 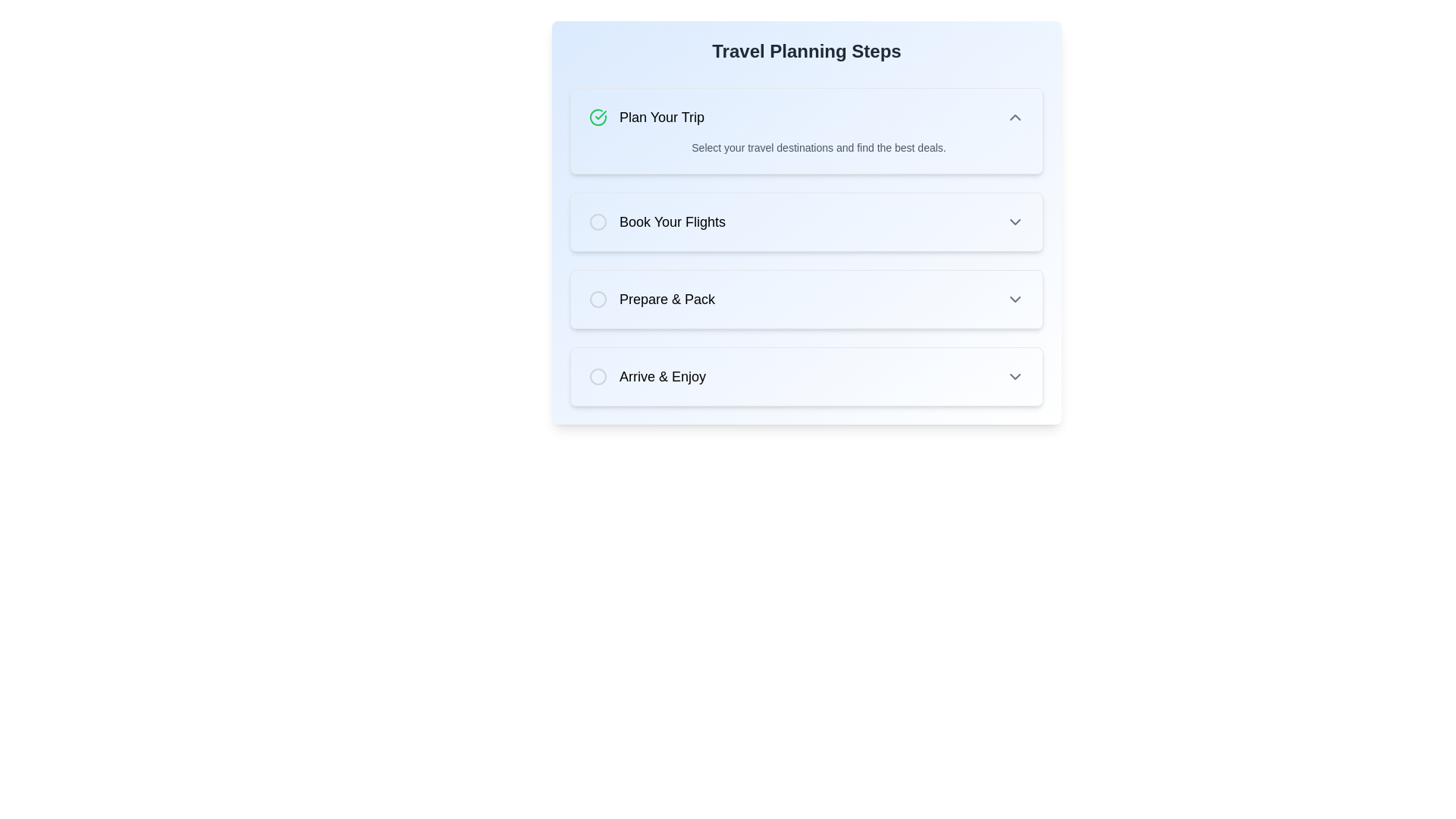 I want to click on the step indicator icon located at the top-left corner of the 'Book Your Flights' section, before the text label, so click(x=597, y=222).